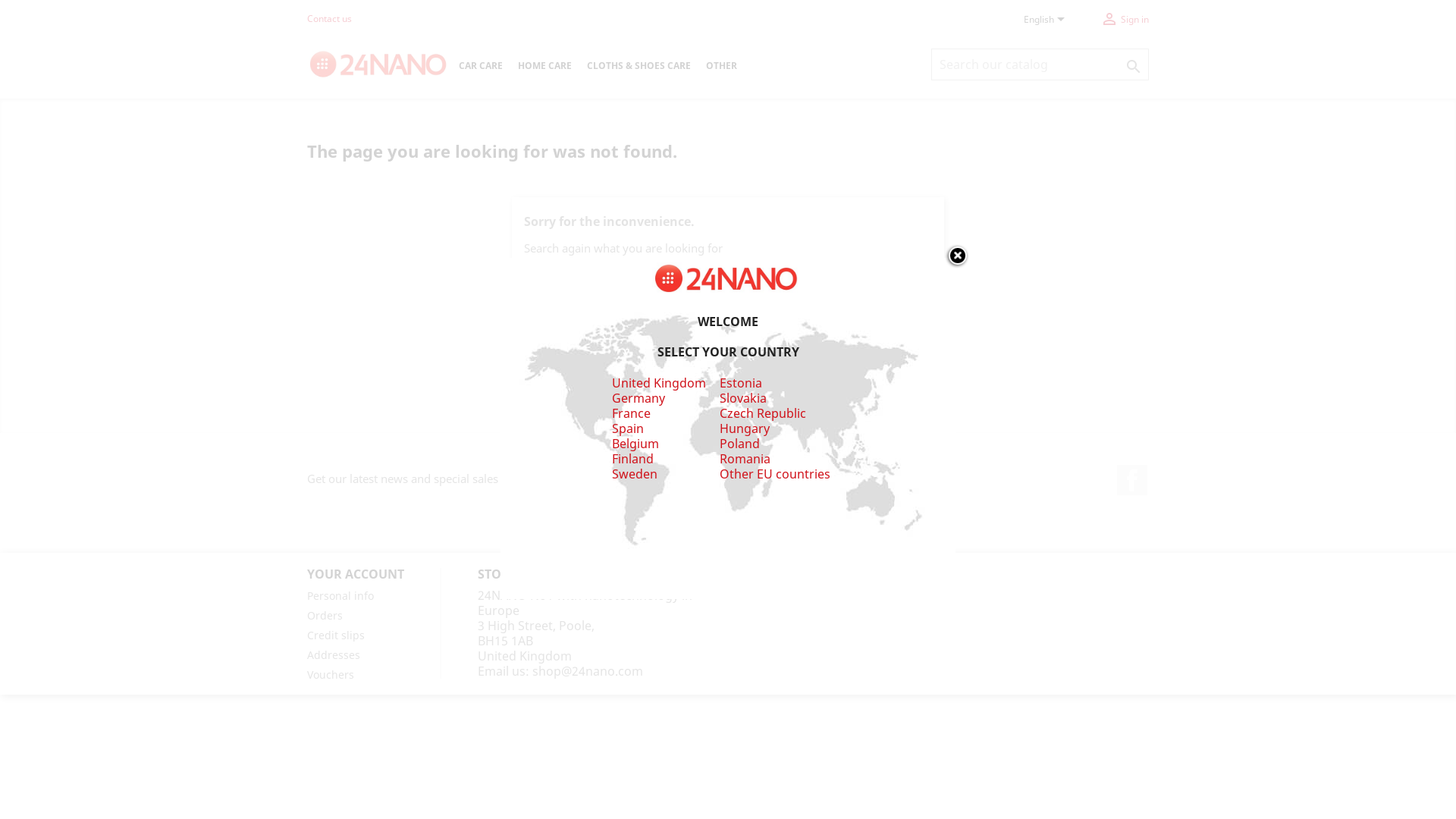 The height and width of the screenshot is (819, 1456). Describe the element at coordinates (775, 472) in the screenshot. I see `'Other EU countries'` at that location.